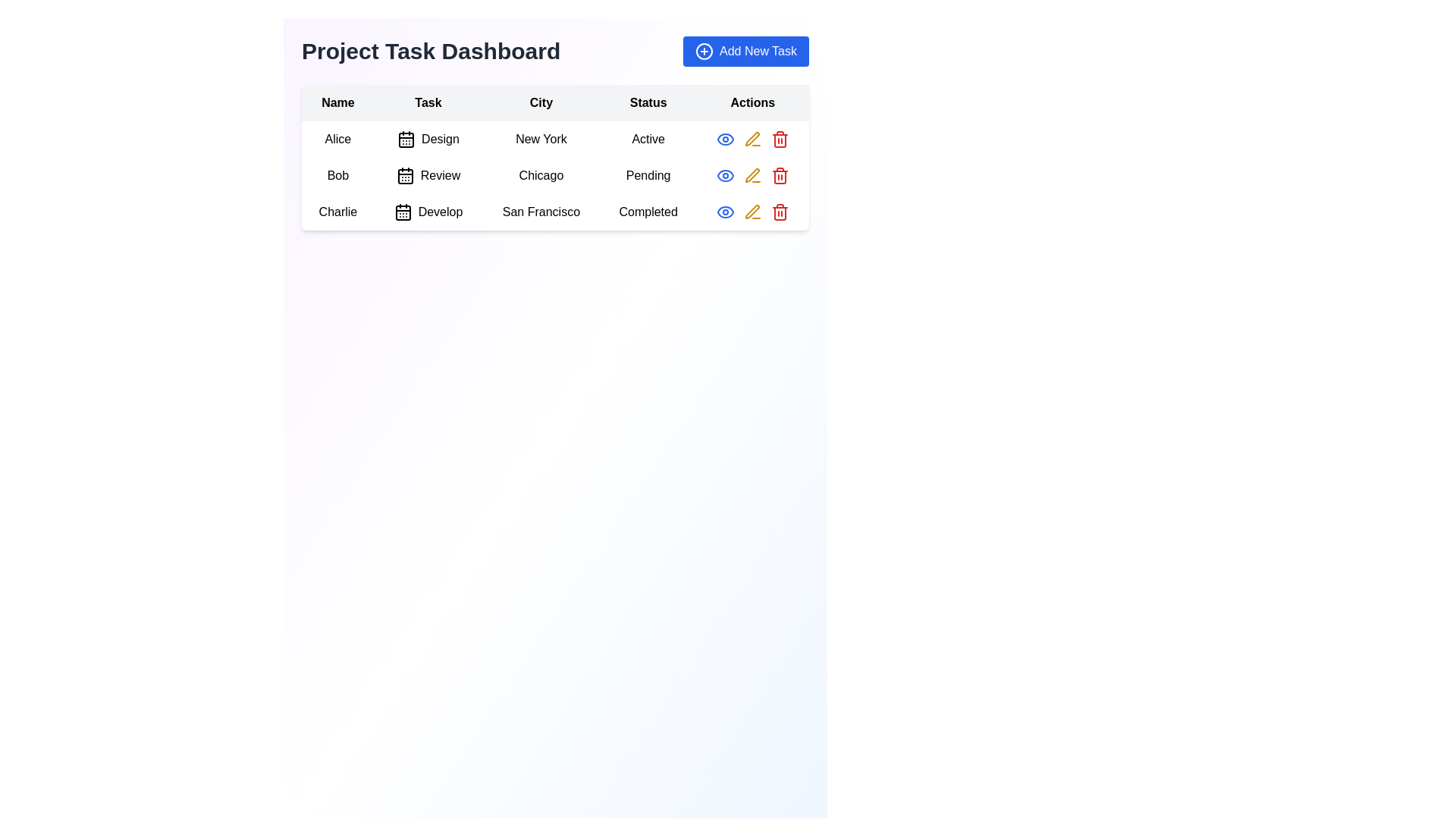 This screenshot has height=819, width=1456. What do you see at coordinates (780, 140) in the screenshot?
I see `the red-colored trash bin icon in the 'Actions' column of the third row corresponding to user 'Charlie' in 'San Francisco'` at bounding box center [780, 140].